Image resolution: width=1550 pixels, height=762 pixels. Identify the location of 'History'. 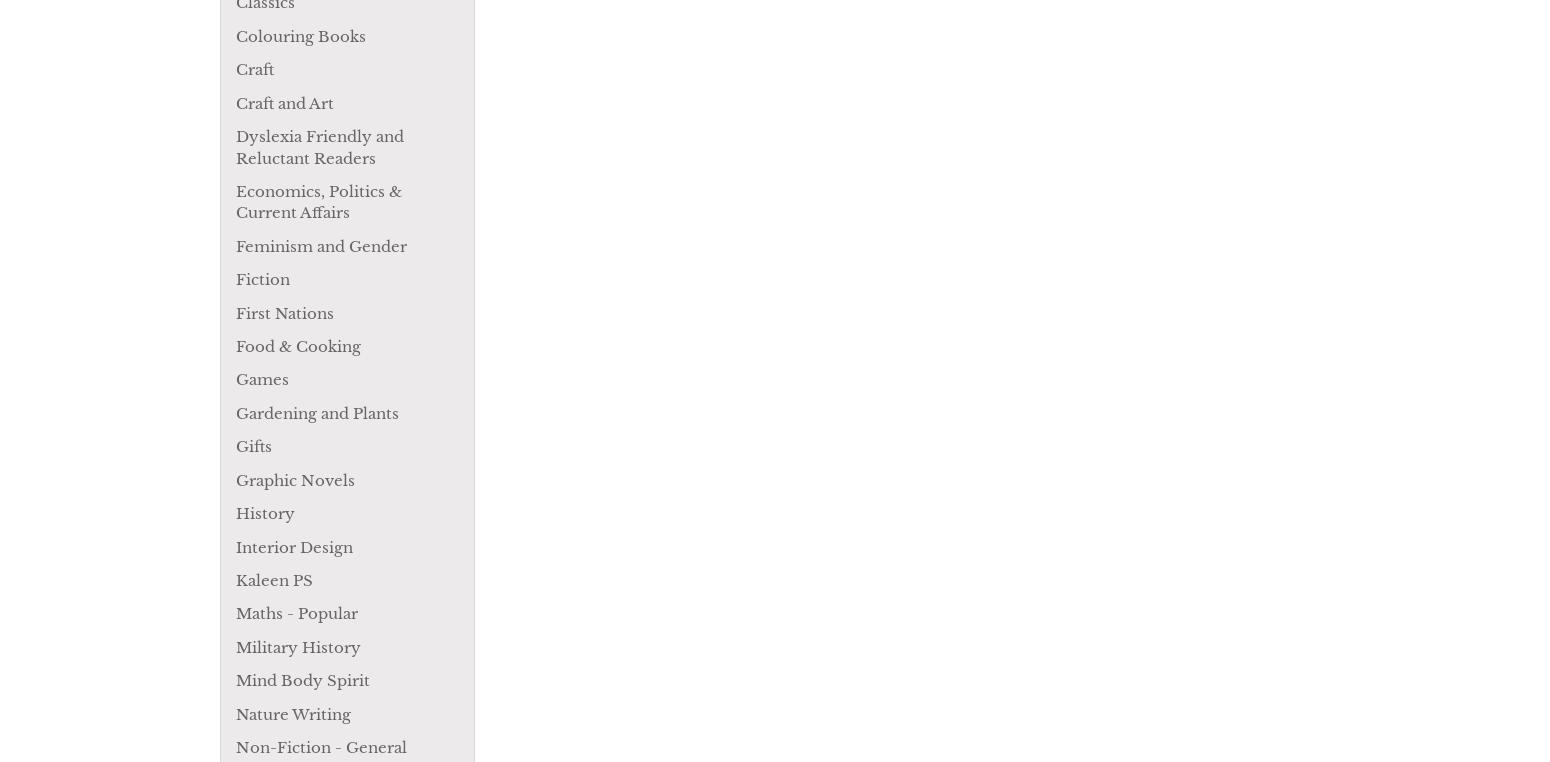
(265, 512).